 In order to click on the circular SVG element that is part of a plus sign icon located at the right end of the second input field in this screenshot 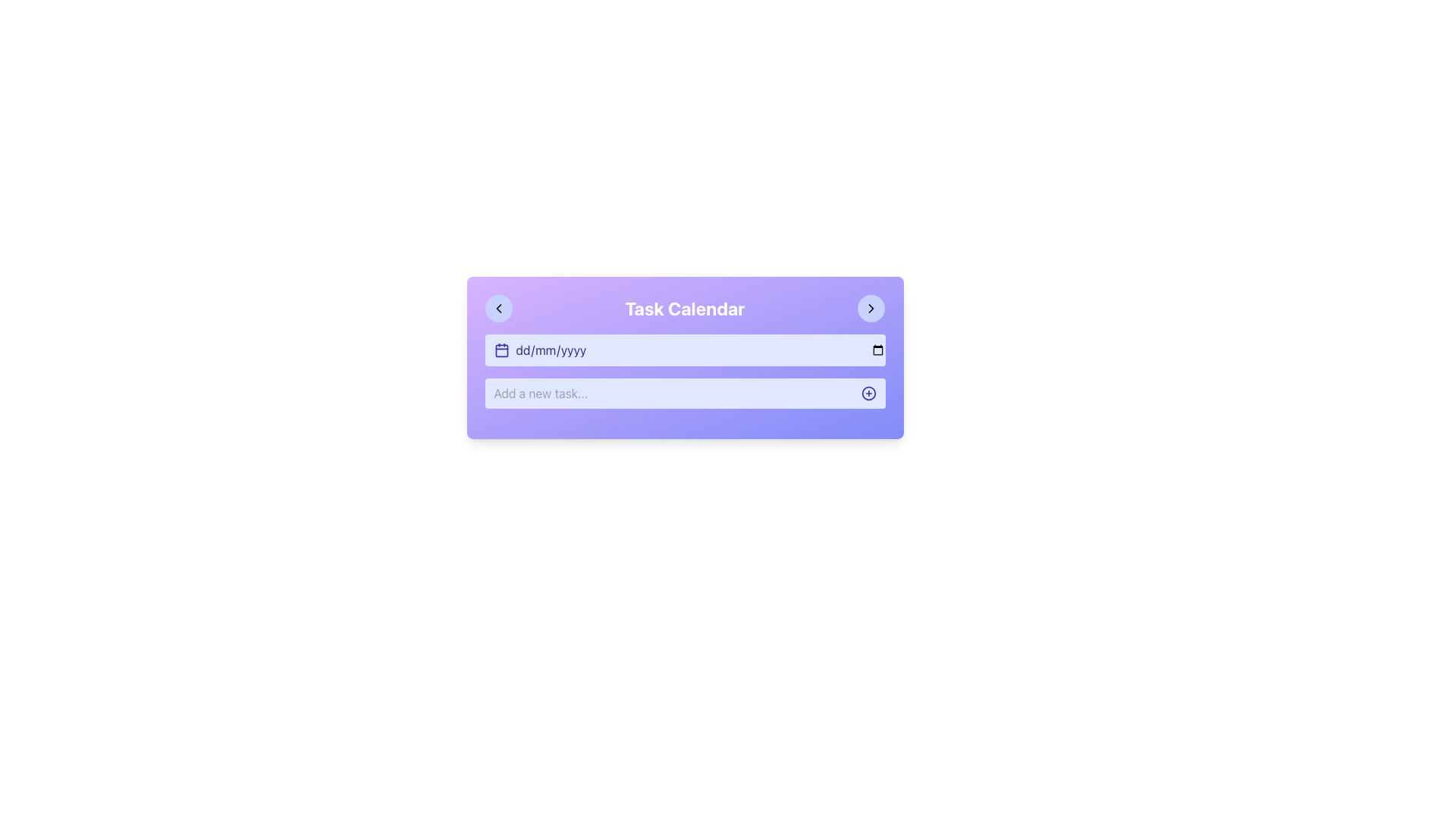, I will do `click(868, 393)`.